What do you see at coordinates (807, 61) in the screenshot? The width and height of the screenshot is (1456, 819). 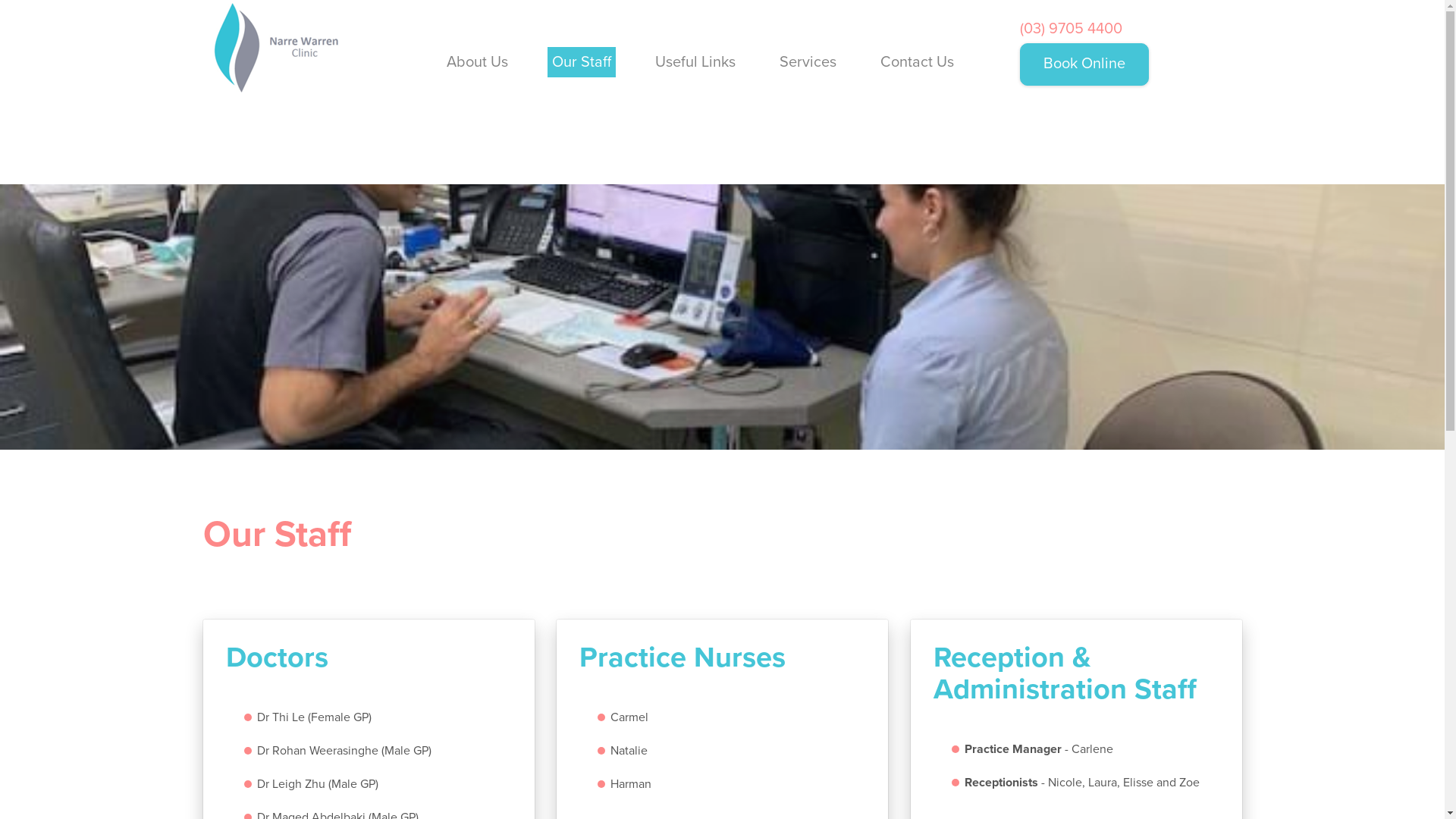 I see `'Services'` at bounding box center [807, 61].